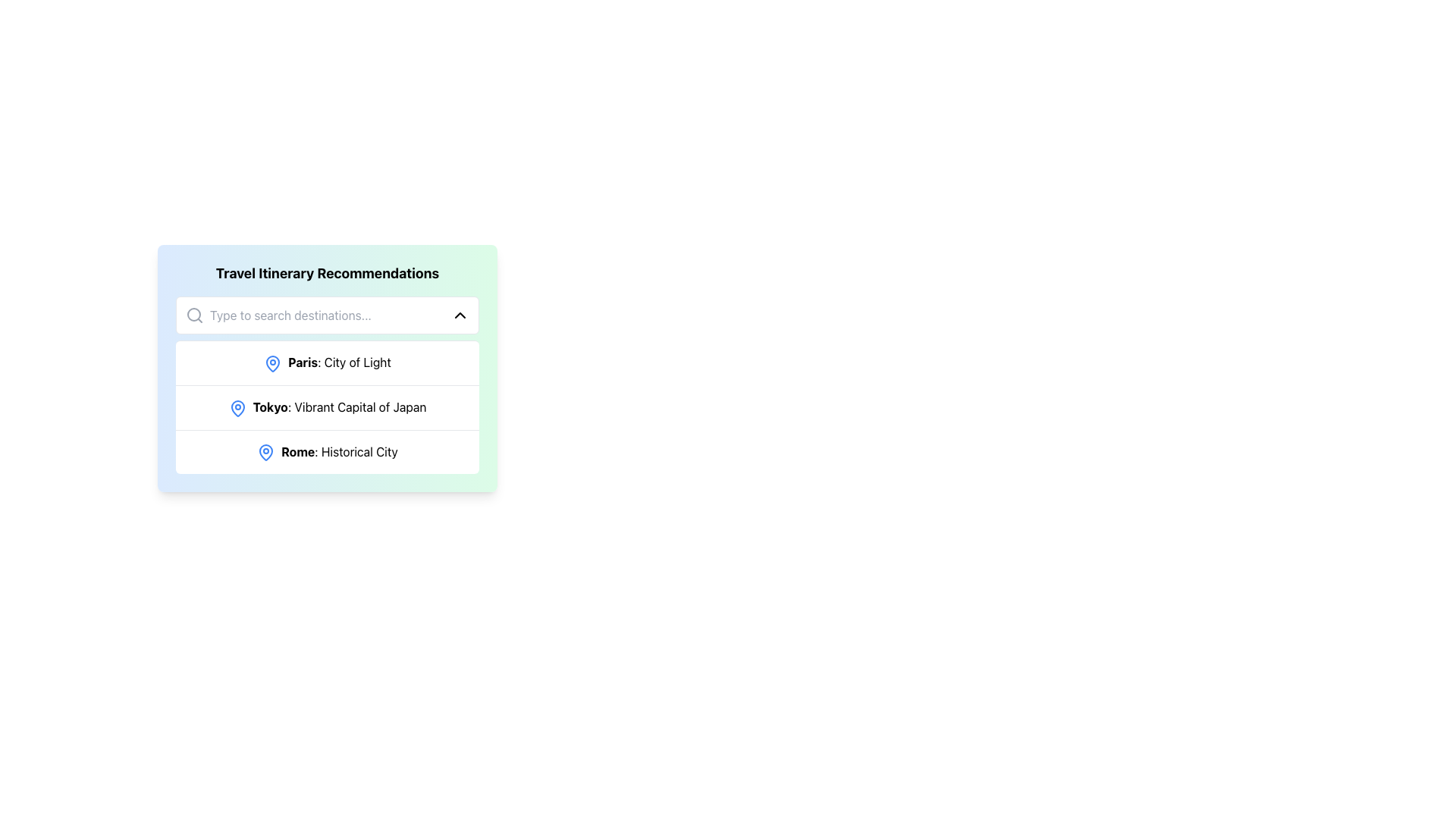 This screenshot has height=819, width=1456. Describe the element at coordinates (237, 407) in the screenshot. I see `the primary visual pin indicating 'Paris: City of Light'` at that location.